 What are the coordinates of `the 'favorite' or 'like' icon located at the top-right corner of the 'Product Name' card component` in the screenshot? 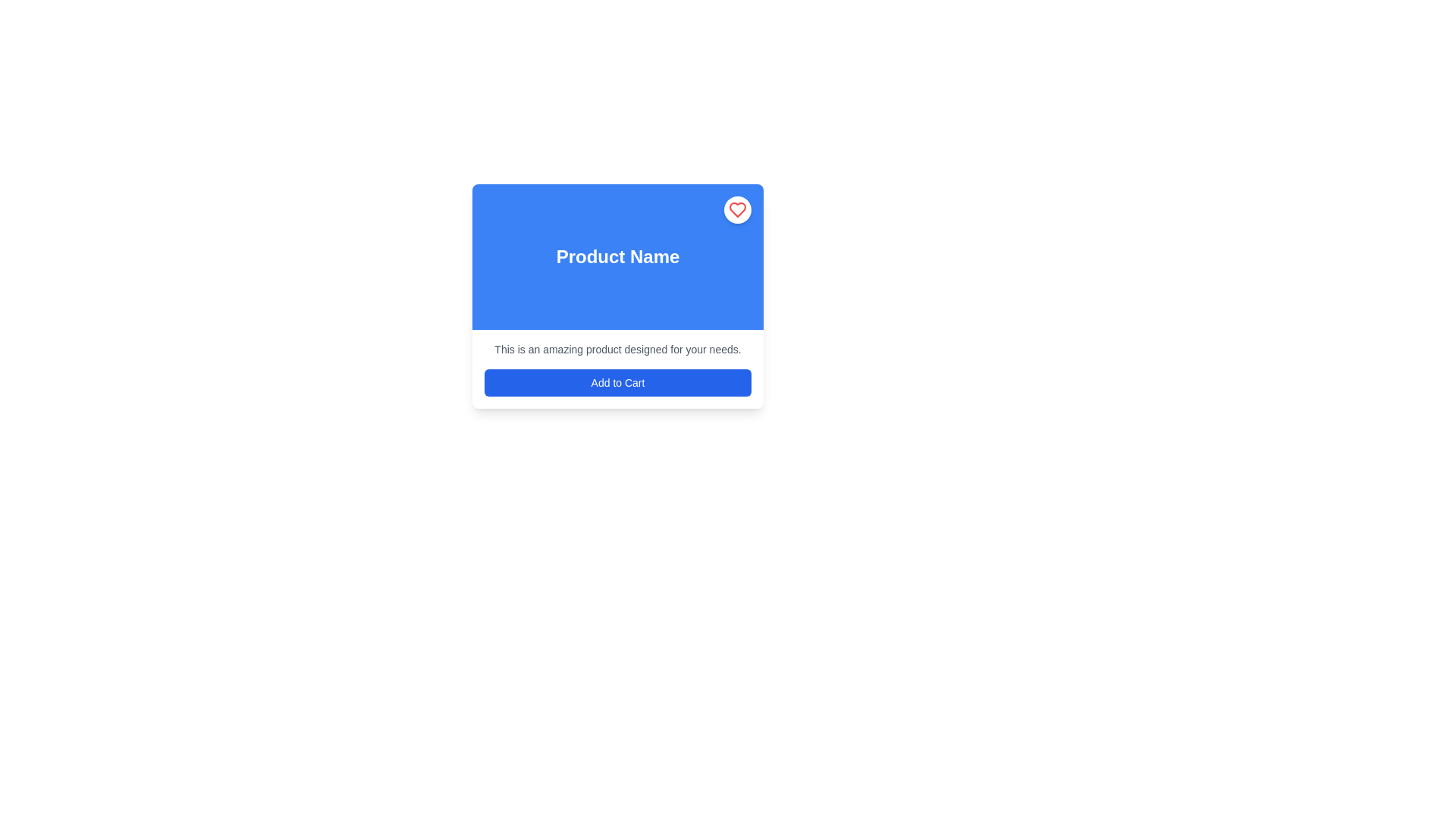 It's located at (738, 210).